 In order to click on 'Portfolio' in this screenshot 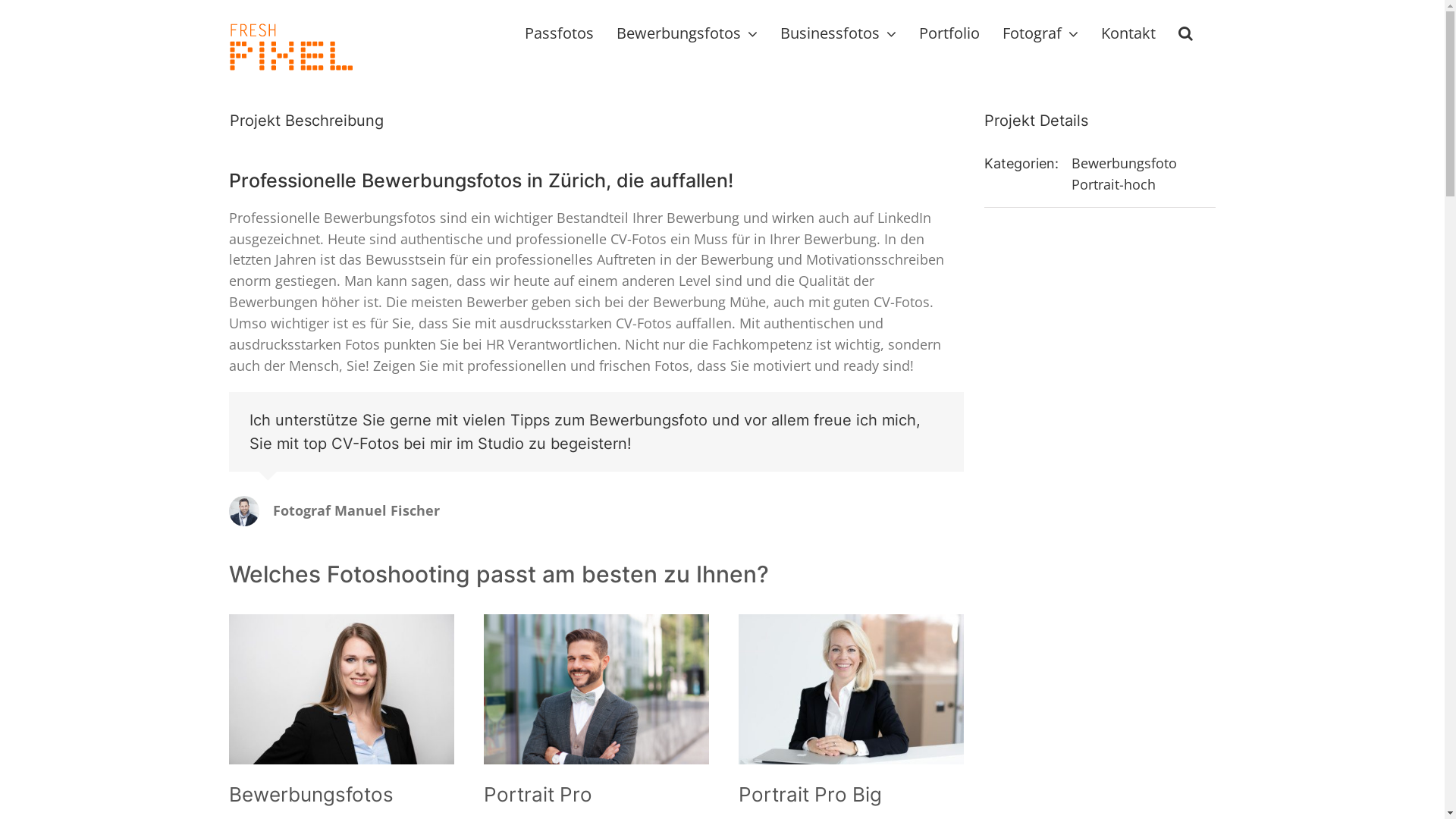, I will do `click(949, 32)`.